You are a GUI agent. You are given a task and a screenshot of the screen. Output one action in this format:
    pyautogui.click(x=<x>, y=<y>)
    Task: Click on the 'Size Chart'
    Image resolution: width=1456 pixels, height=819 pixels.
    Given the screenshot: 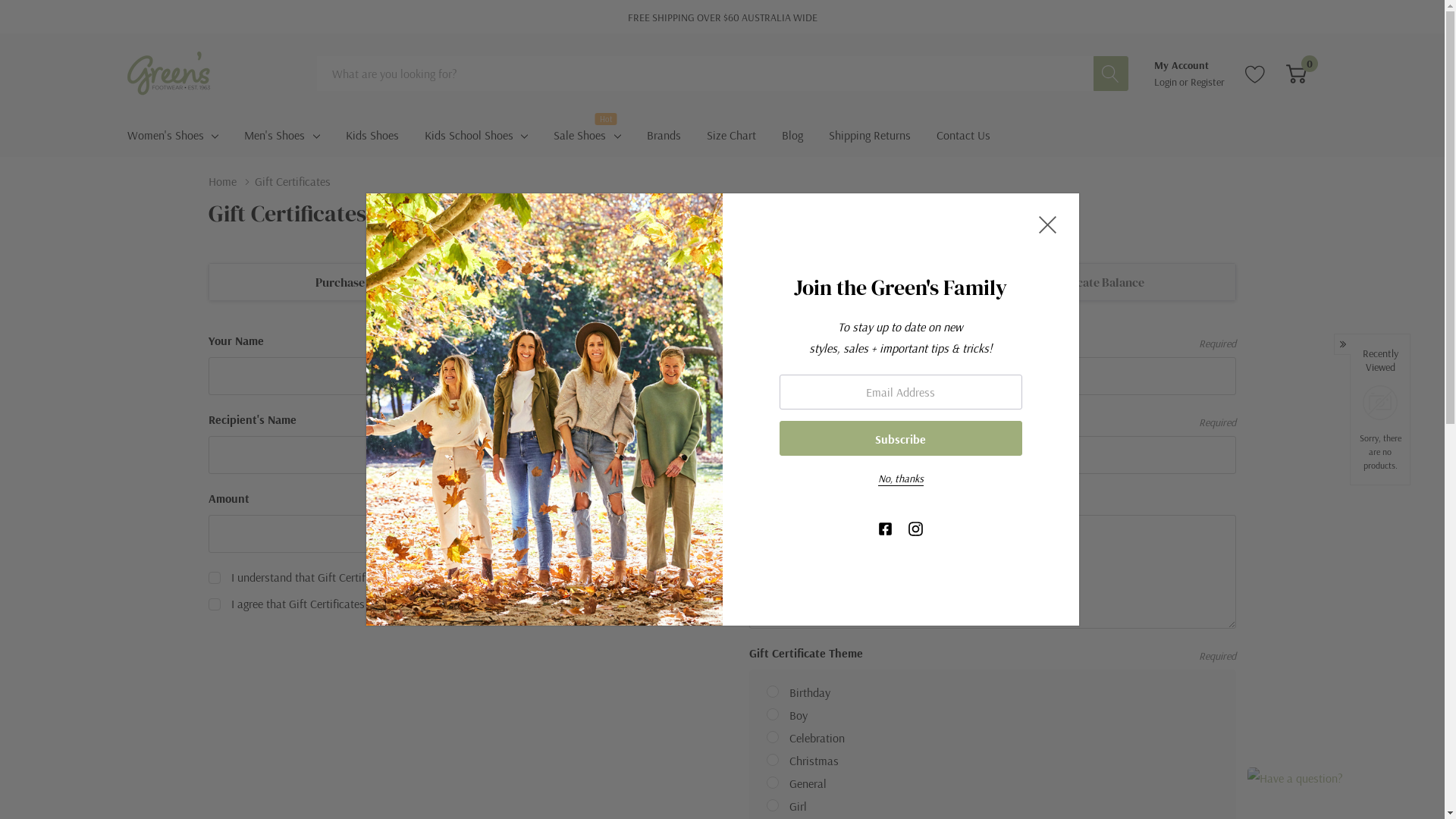 What is the action you would take?
    pyautogui.click(x=731, y=133)
    